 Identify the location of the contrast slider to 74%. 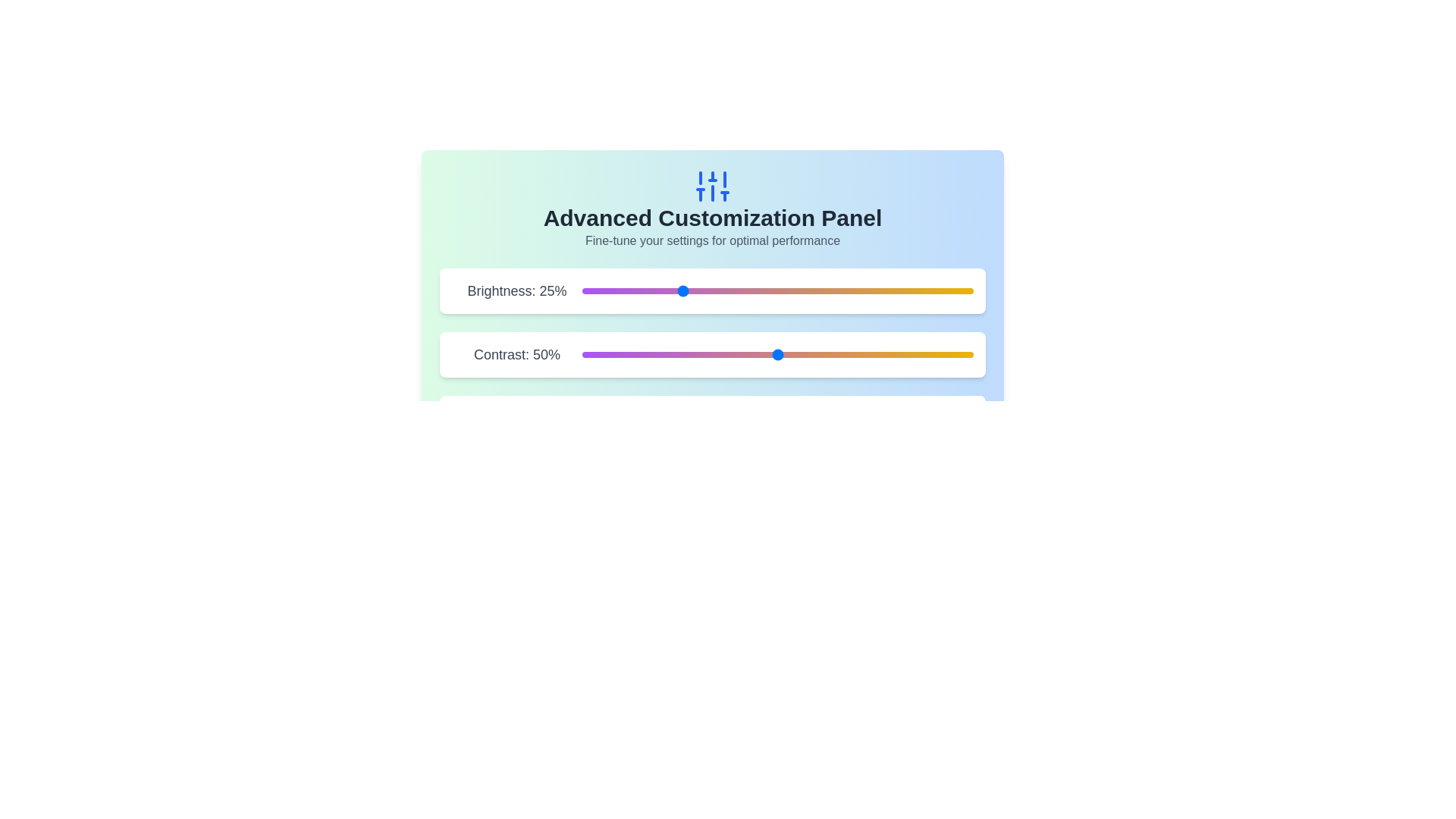
(871, 354).